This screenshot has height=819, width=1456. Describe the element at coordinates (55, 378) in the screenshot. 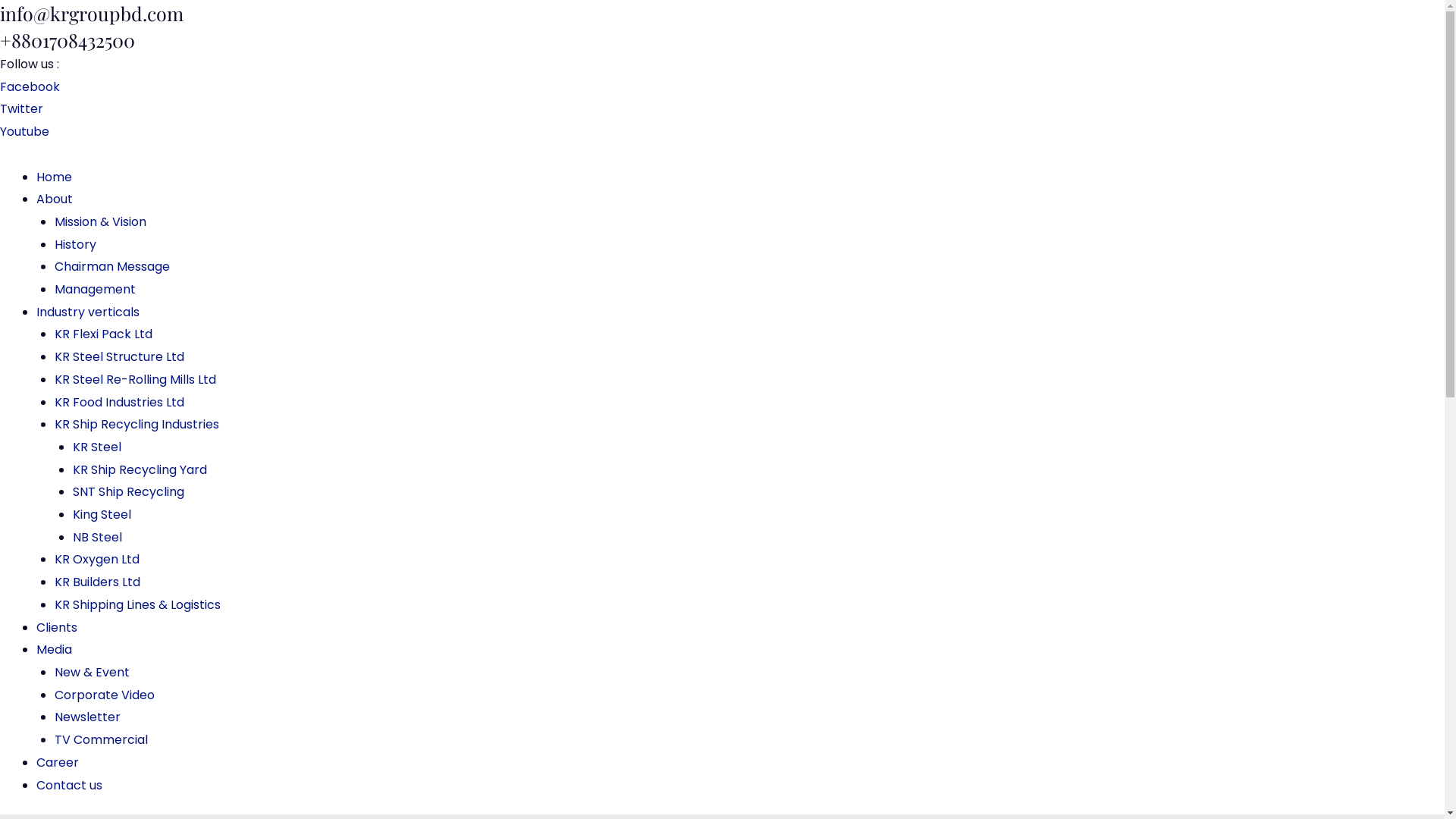

I see `'KR Steel Re-Rolling Mills Ltd'` at that location.